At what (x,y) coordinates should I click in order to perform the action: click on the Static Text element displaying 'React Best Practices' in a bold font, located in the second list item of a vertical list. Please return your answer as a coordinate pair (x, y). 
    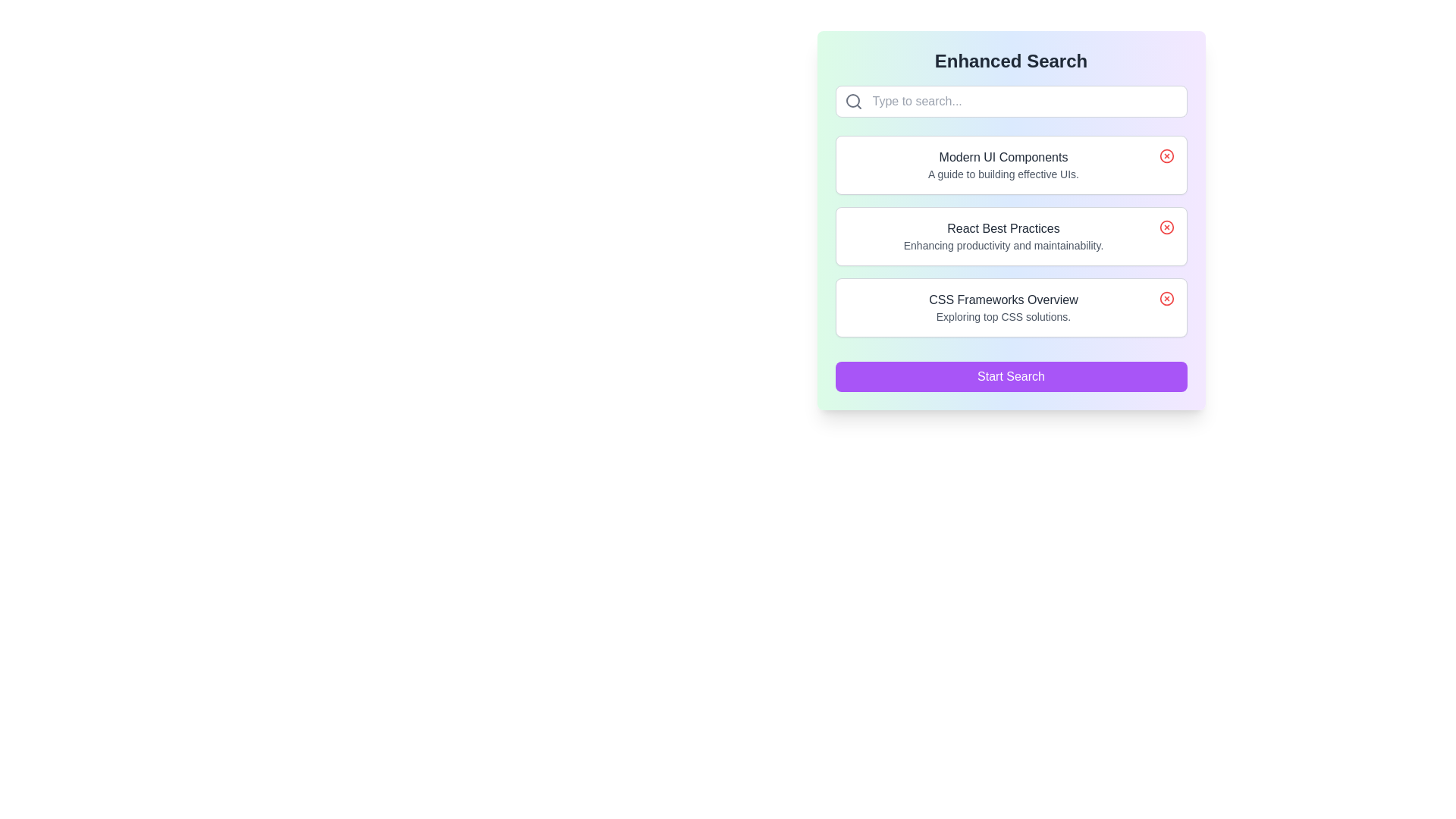
    Looking at the image, I should click on (1003, 228).